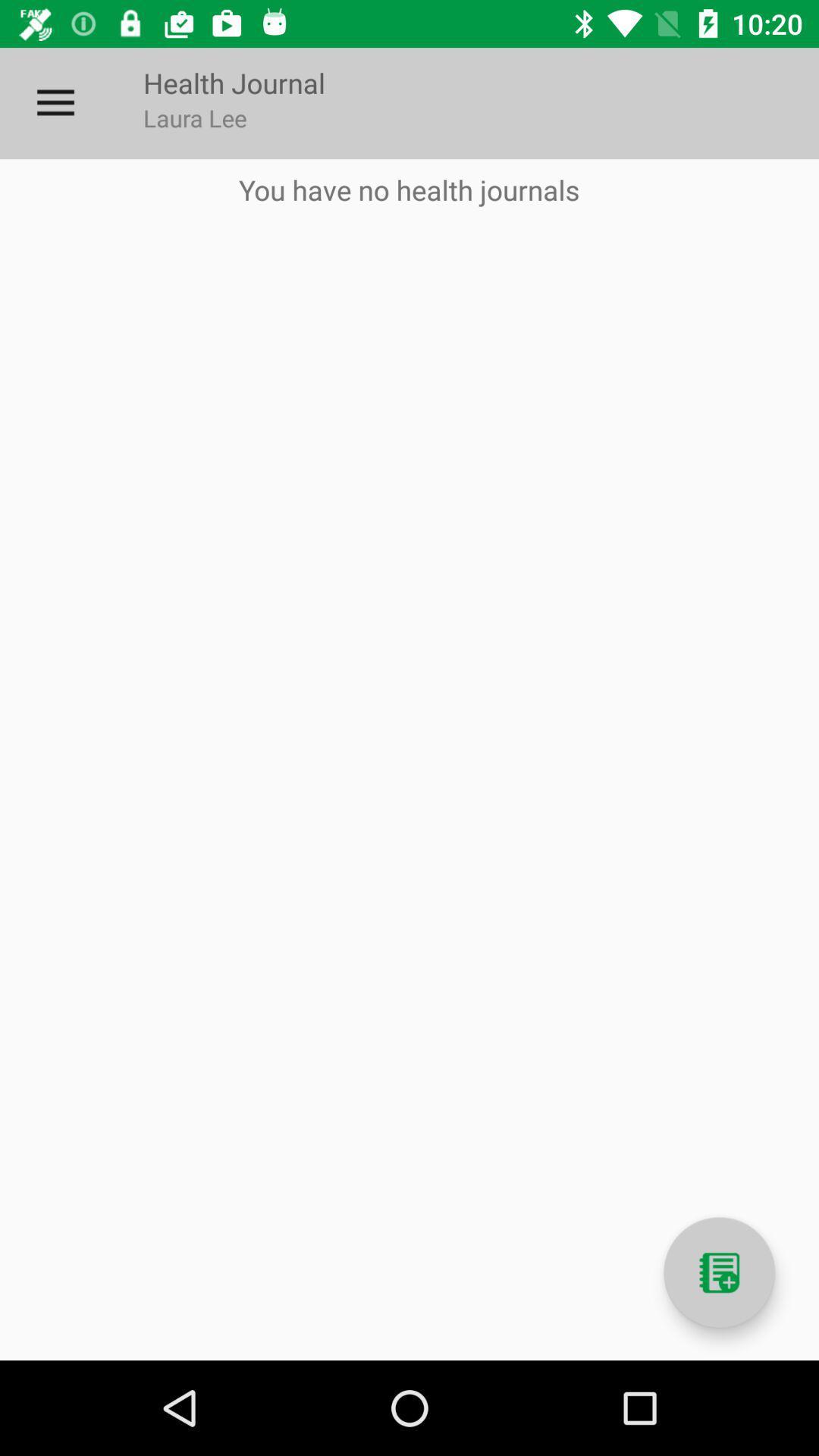 This screenshot has width=819, height=1456. Describe the element at coordinates (718, 1272) in the screenshot. I see `new journal` at that location.